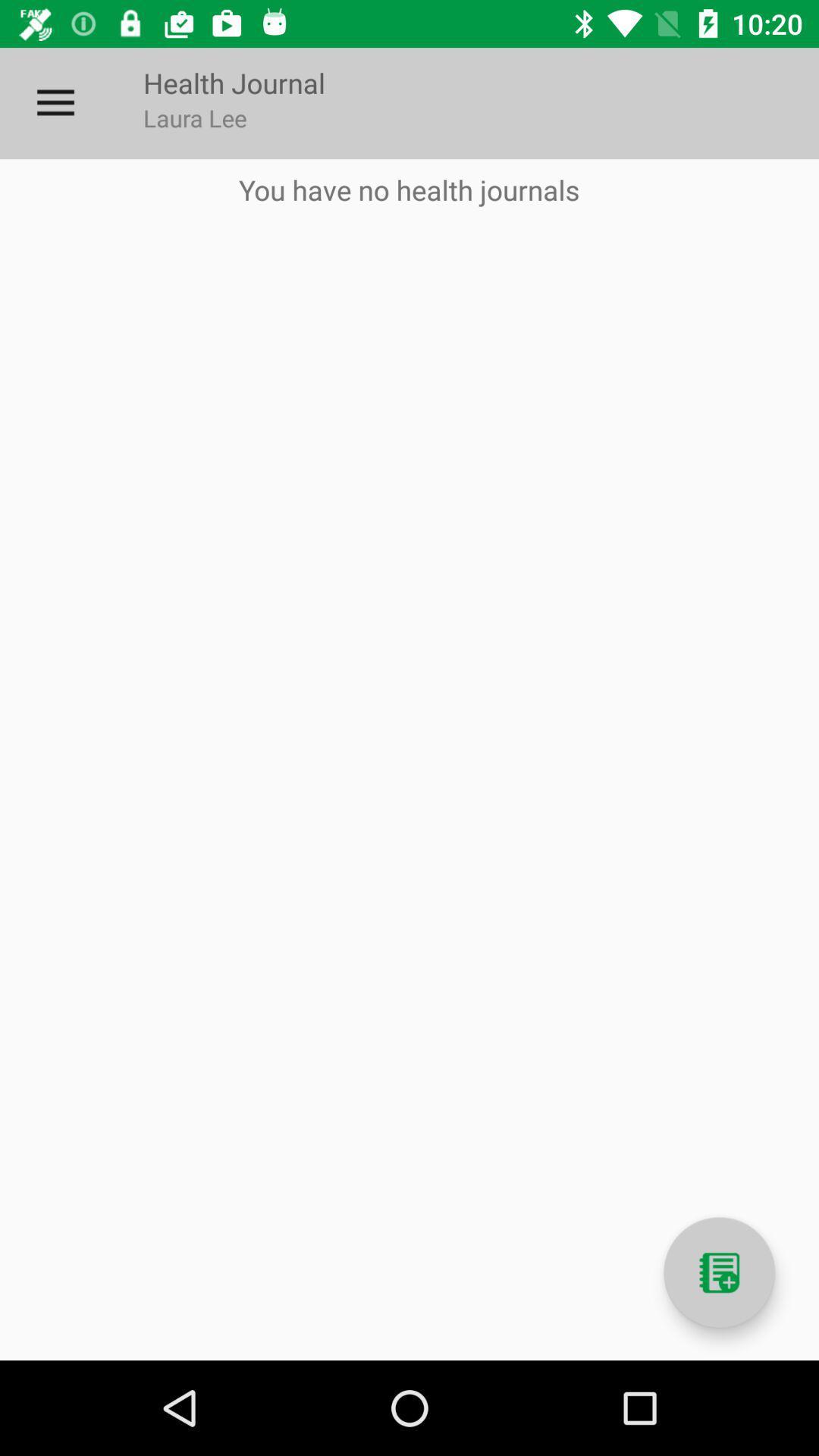 This screenshot has width=819, height=1456. Describe the element at coordinates (718, 1272) in the screenshot. I see `new journal` at that location.